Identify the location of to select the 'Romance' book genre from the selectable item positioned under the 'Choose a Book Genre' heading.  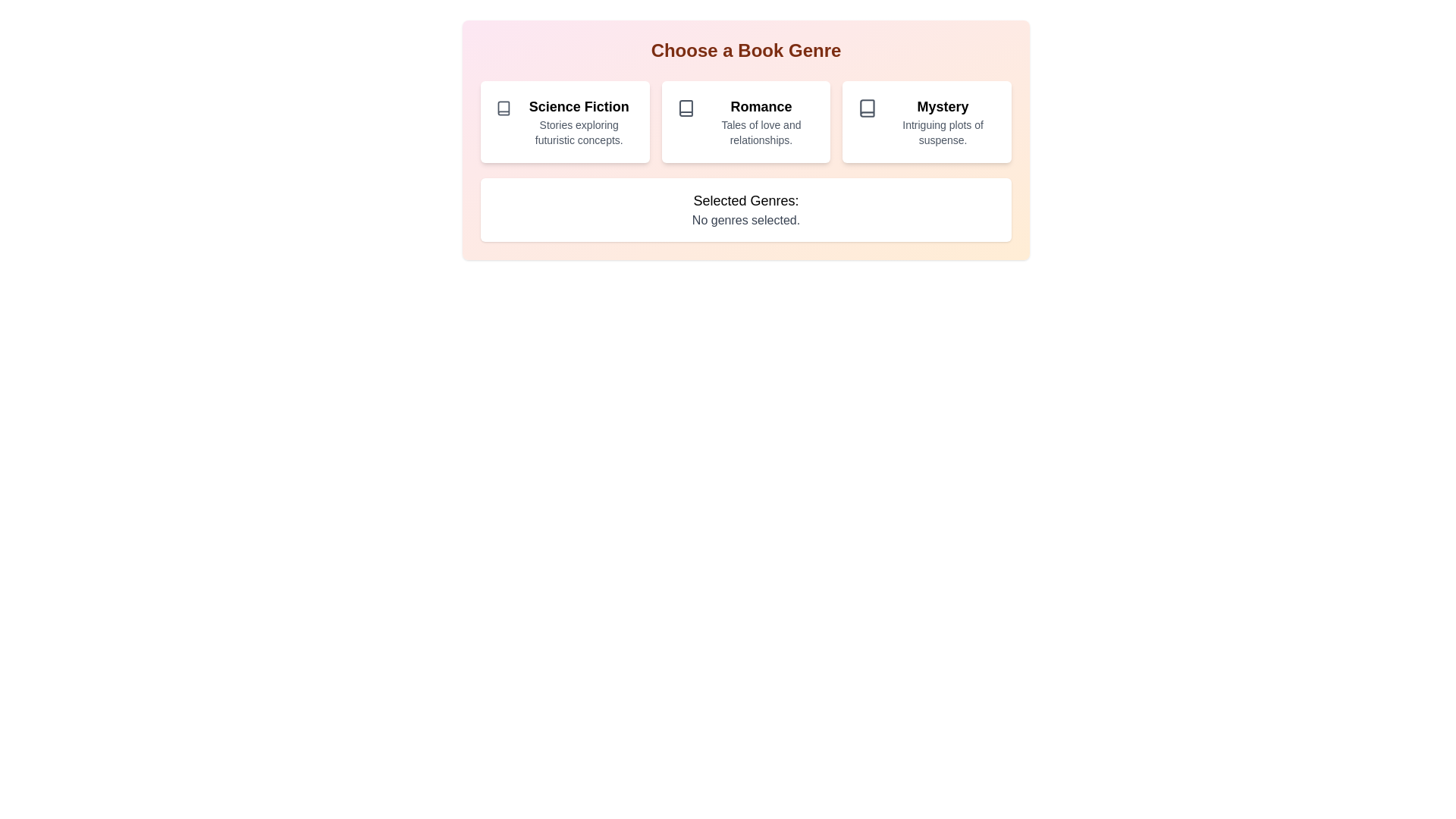
(761, 121).